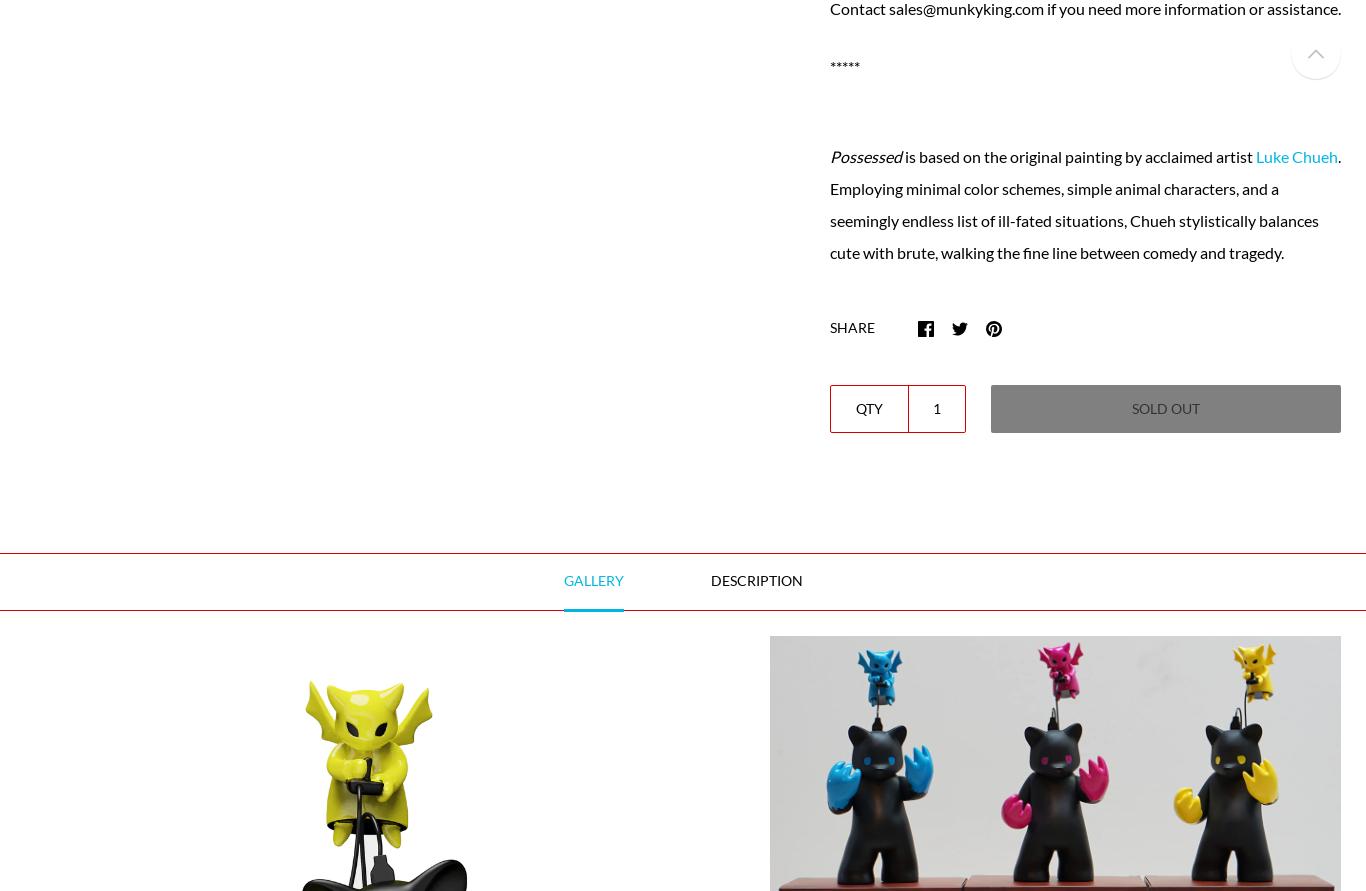  I want to click on '. Employing minimal color schemes, simple animal characters, and a seemingly endless list of ill-fated situations, Chueh stylistically balances cute with brute, walking the fine line between comedy and tragedy.', so click(1083, 203).